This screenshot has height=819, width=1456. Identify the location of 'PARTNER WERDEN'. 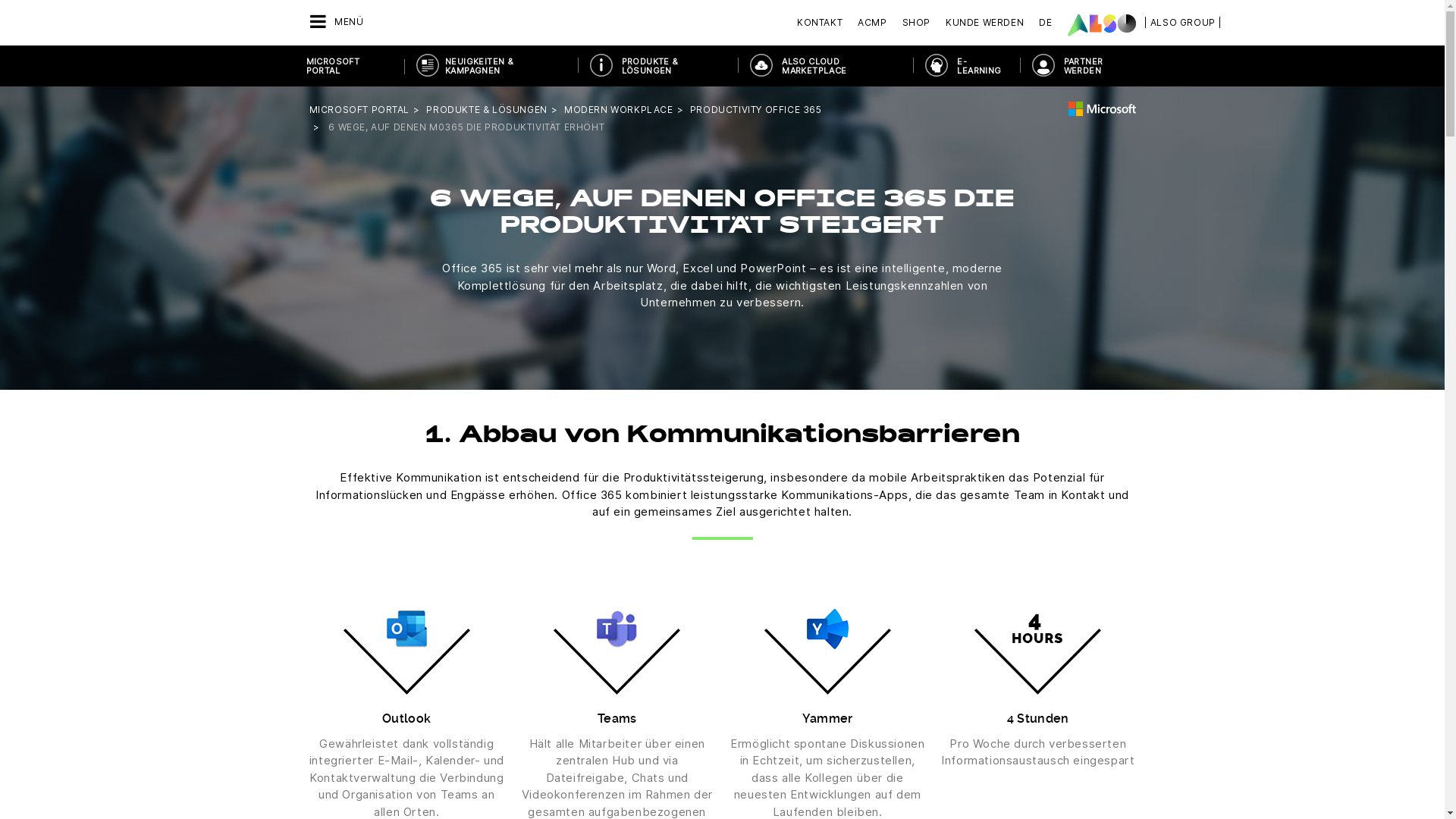
(1084, 65).